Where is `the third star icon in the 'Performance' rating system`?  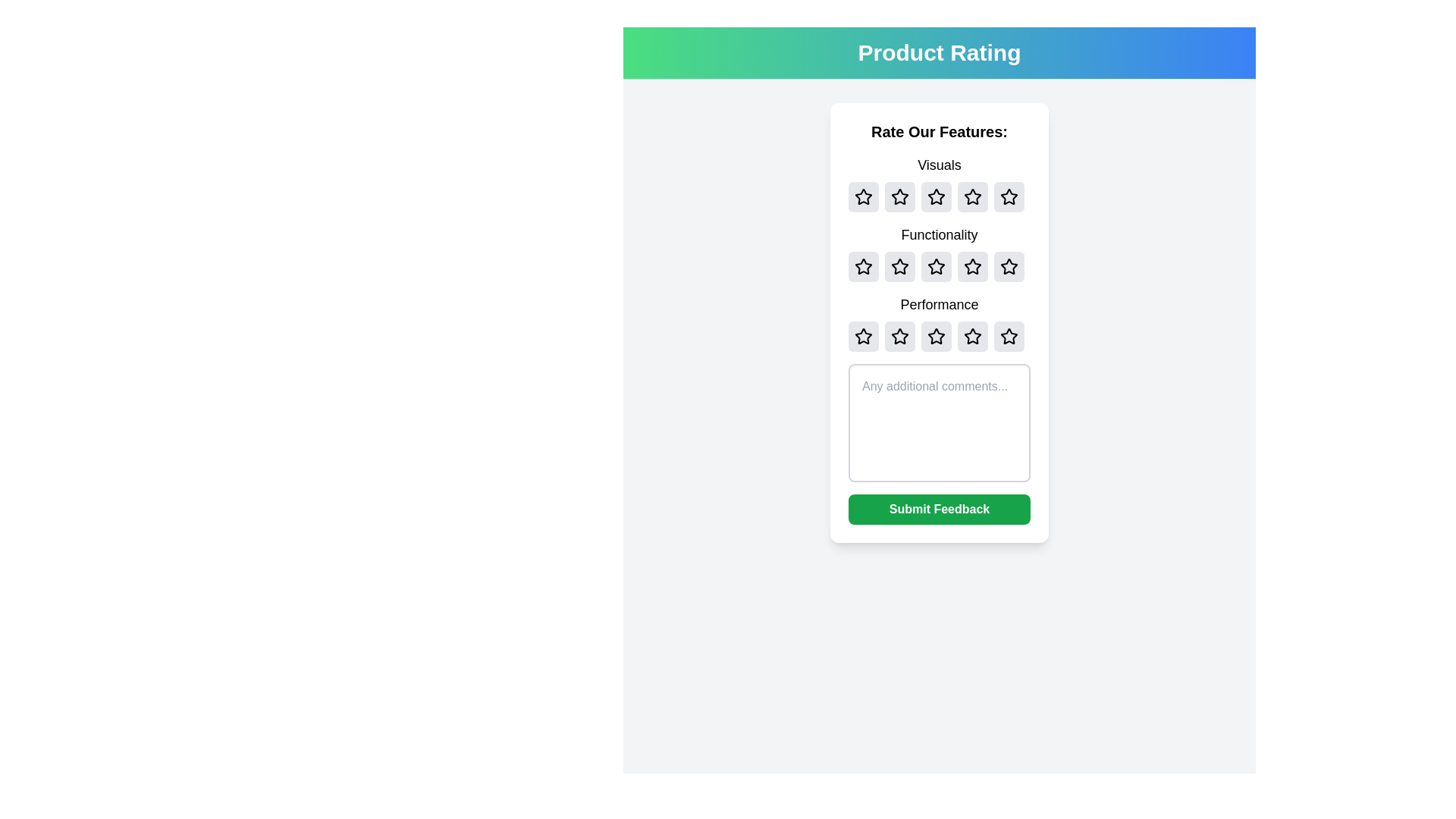 the third star icon in the 'Performance' rating system is located at coordinates (938, 335).